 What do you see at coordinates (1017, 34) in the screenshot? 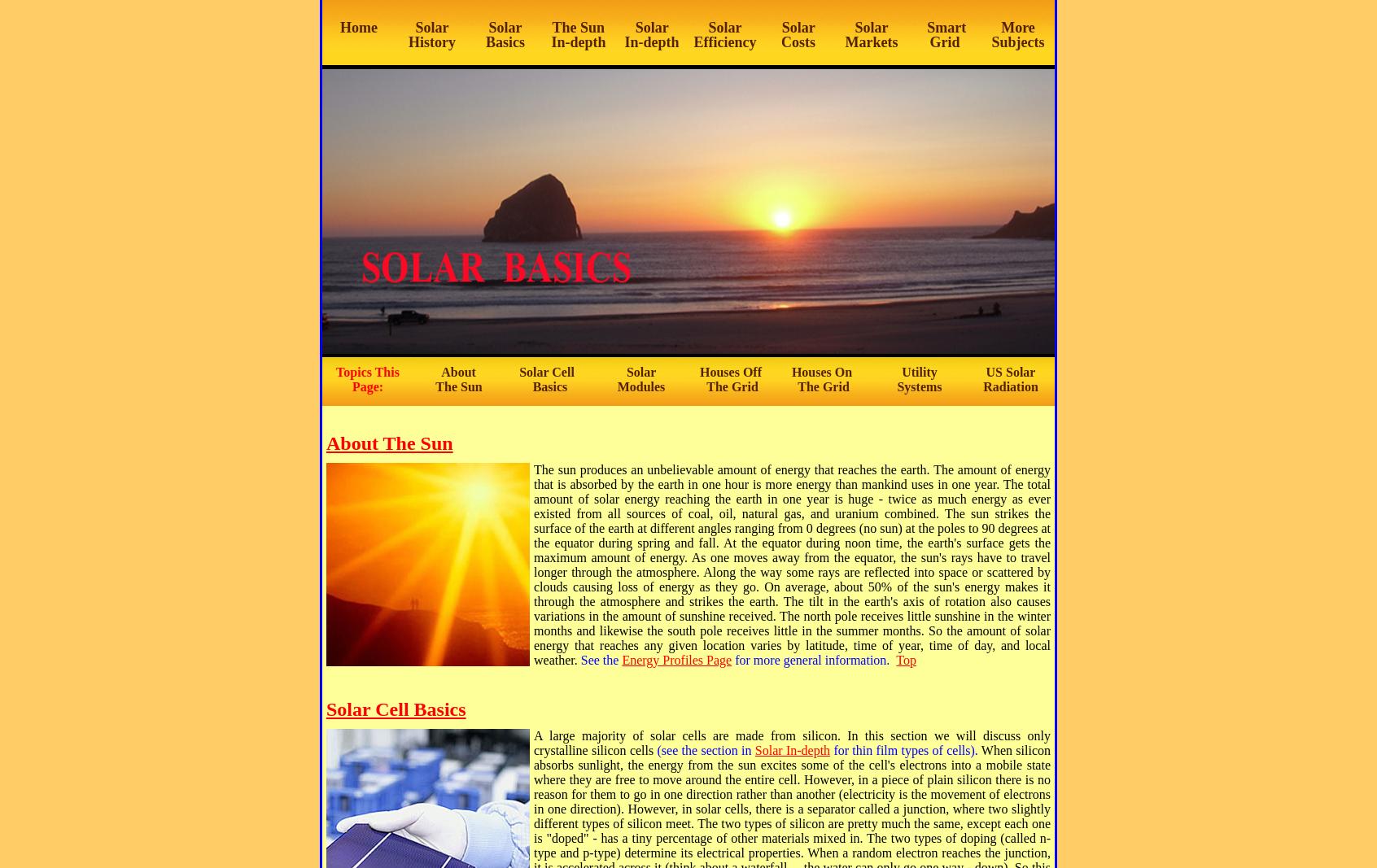
I see `'More   Subjects'` at bounding box center [1017, 34].